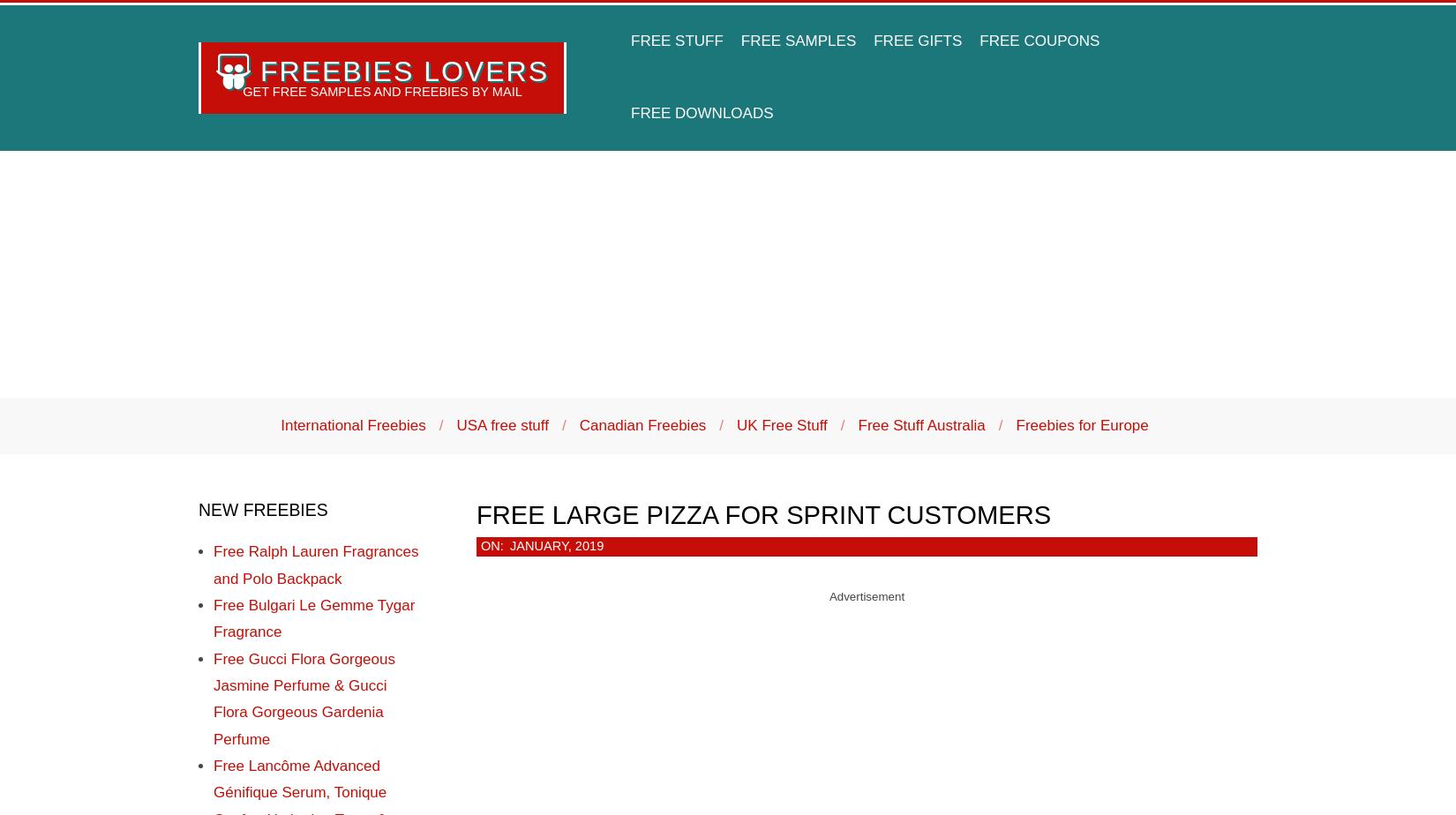  I want to click on 'Advertisement', so click(867, 596).